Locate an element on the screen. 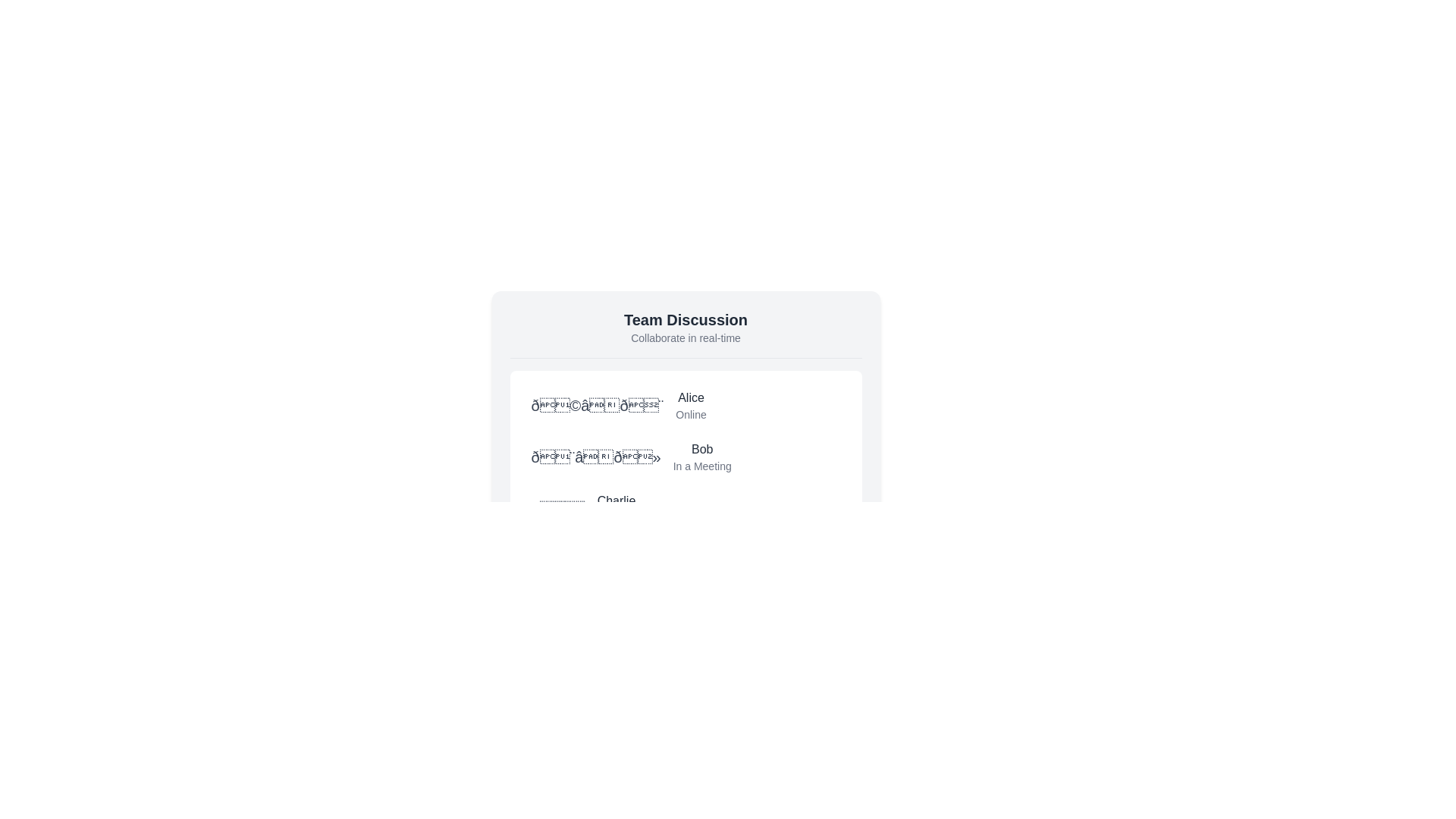 The image size is (1456, 819). the decorative icon representing the user, which is located to the left of the username 'Alice' and the status text 'Online' is located at coordinates (596, 405).